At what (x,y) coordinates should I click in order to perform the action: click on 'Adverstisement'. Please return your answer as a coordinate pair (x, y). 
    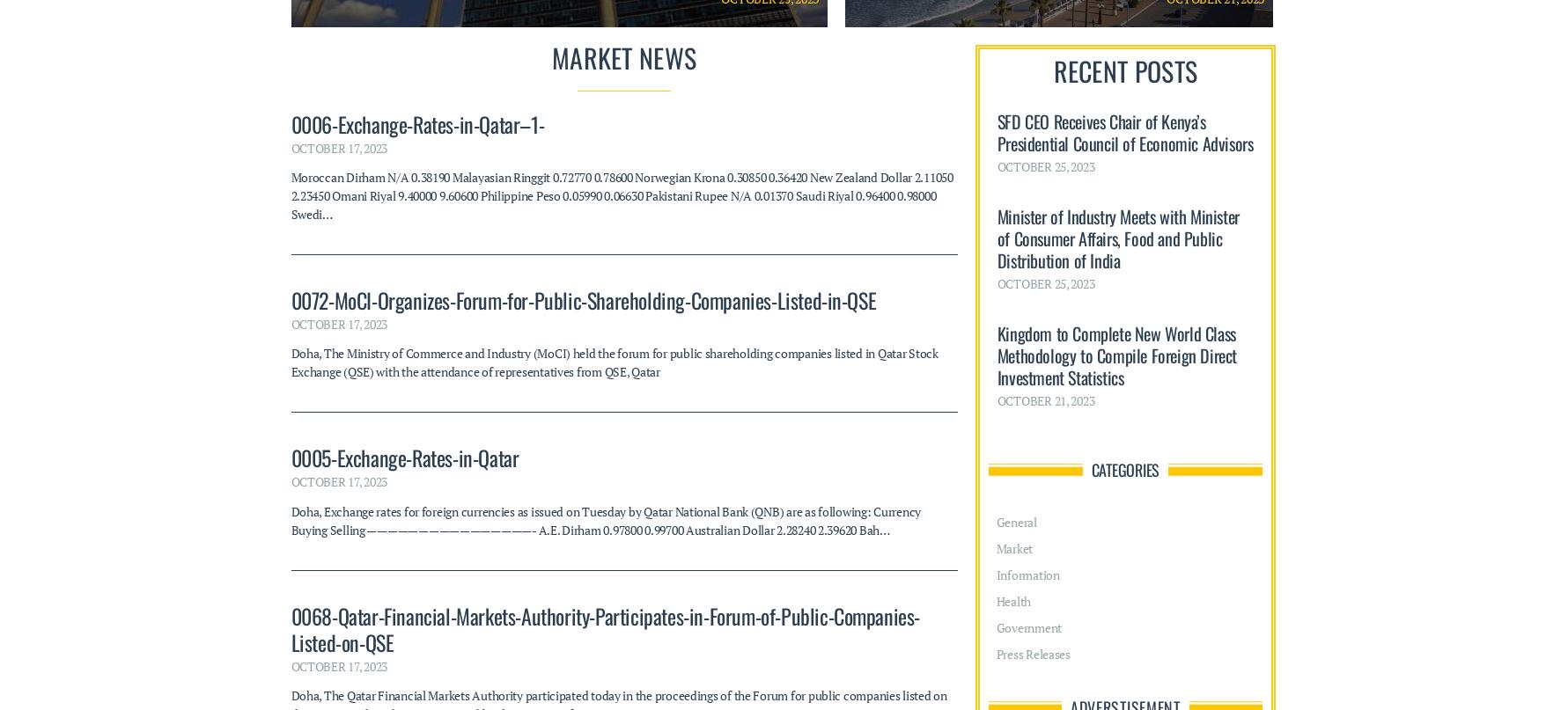
    Looking at the image, I should click on (1123, 362).